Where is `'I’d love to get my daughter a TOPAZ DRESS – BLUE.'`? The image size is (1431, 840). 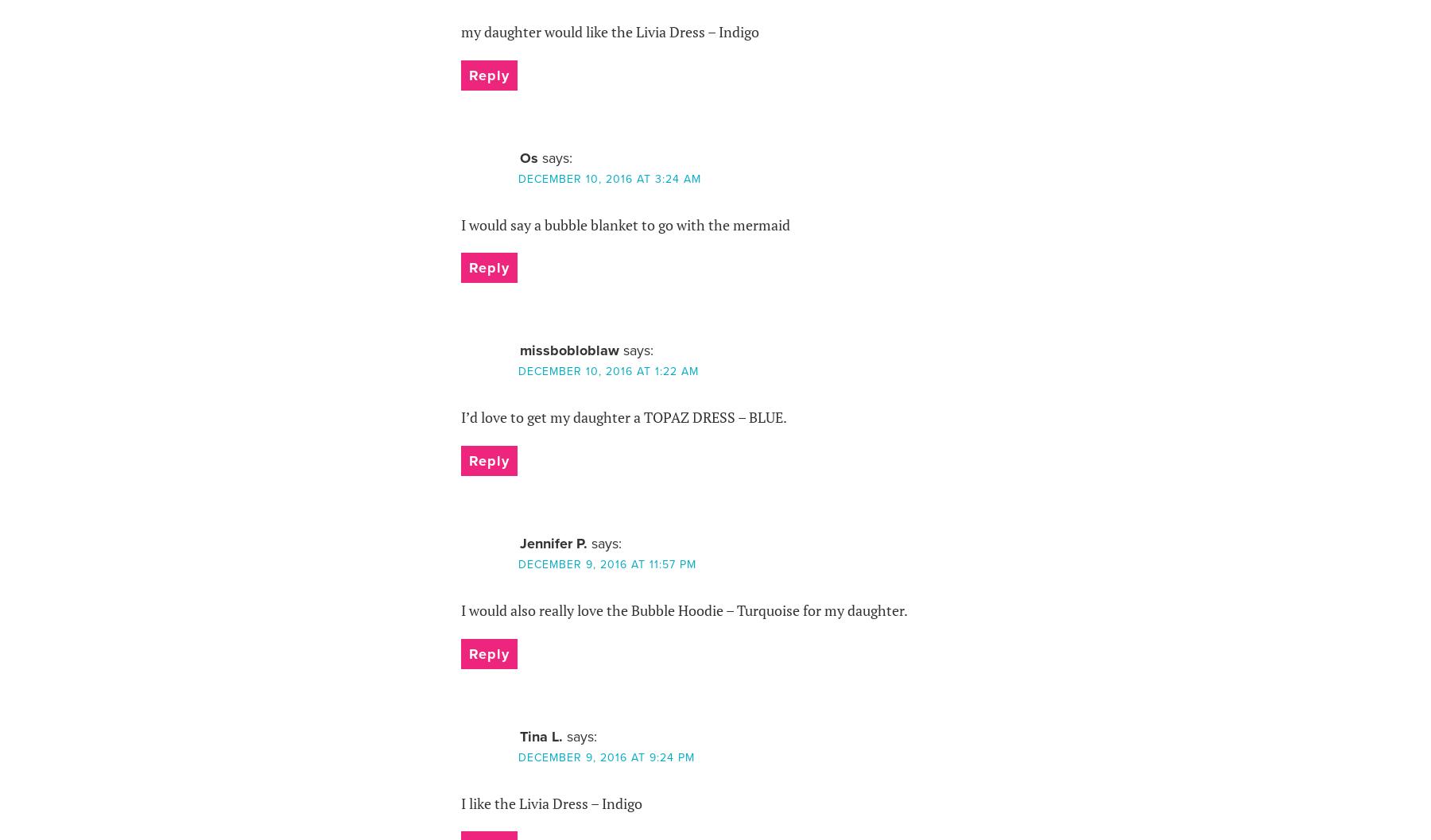
'I’d love to get my daughter a TOPAZ DRESS – BLUE.' is located at coordinates (622, 417).